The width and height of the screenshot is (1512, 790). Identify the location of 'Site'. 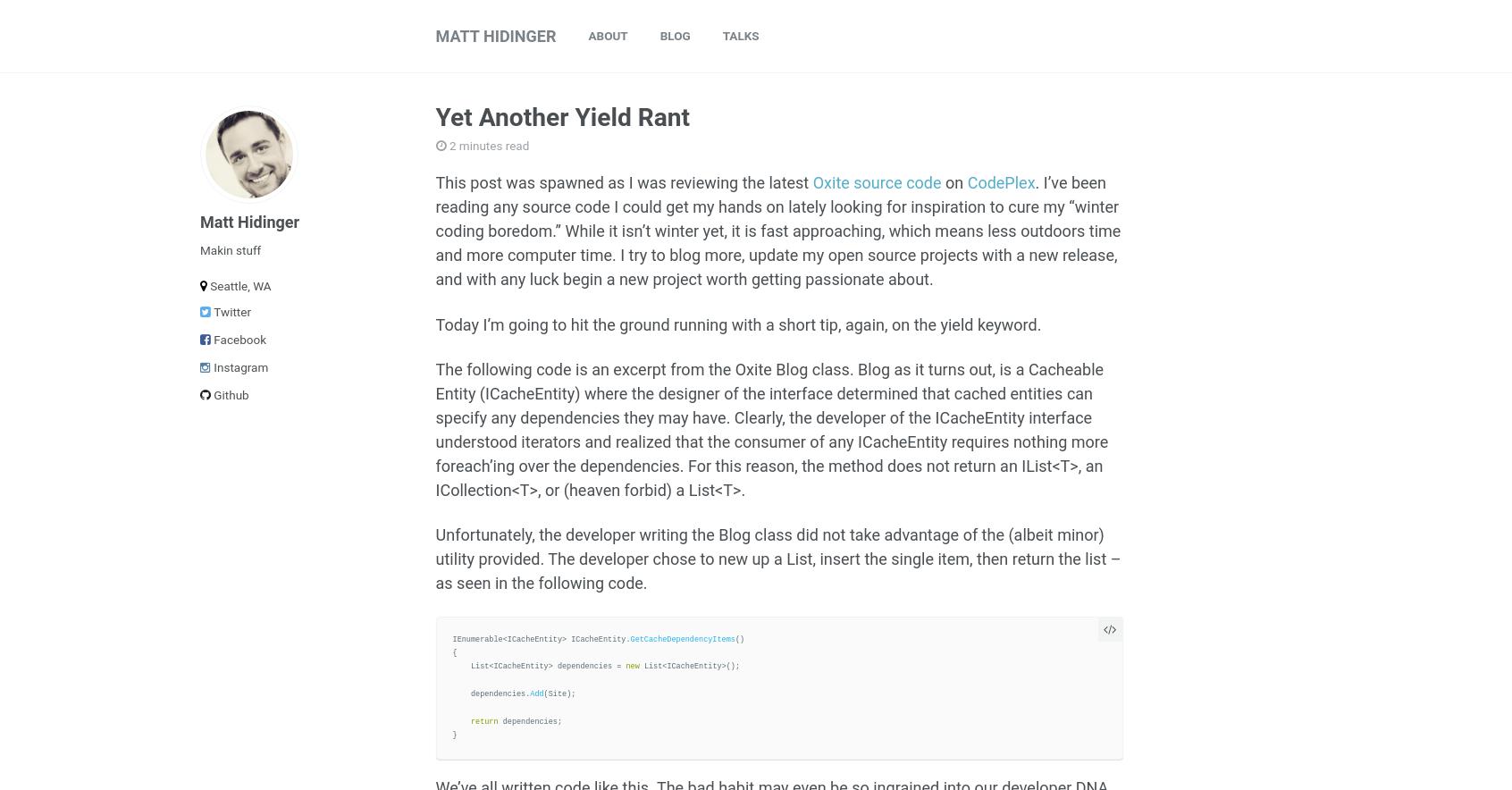
(556, 693).